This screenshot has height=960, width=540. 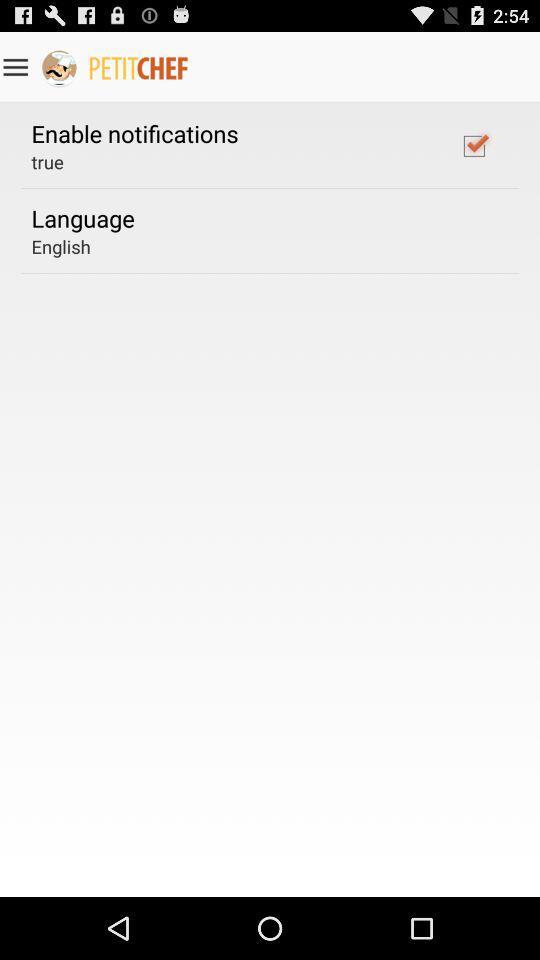 What do you see at coordinates (135, 132) in the screenshot?
I see `the item above true app` at bounding box center [135, 132].